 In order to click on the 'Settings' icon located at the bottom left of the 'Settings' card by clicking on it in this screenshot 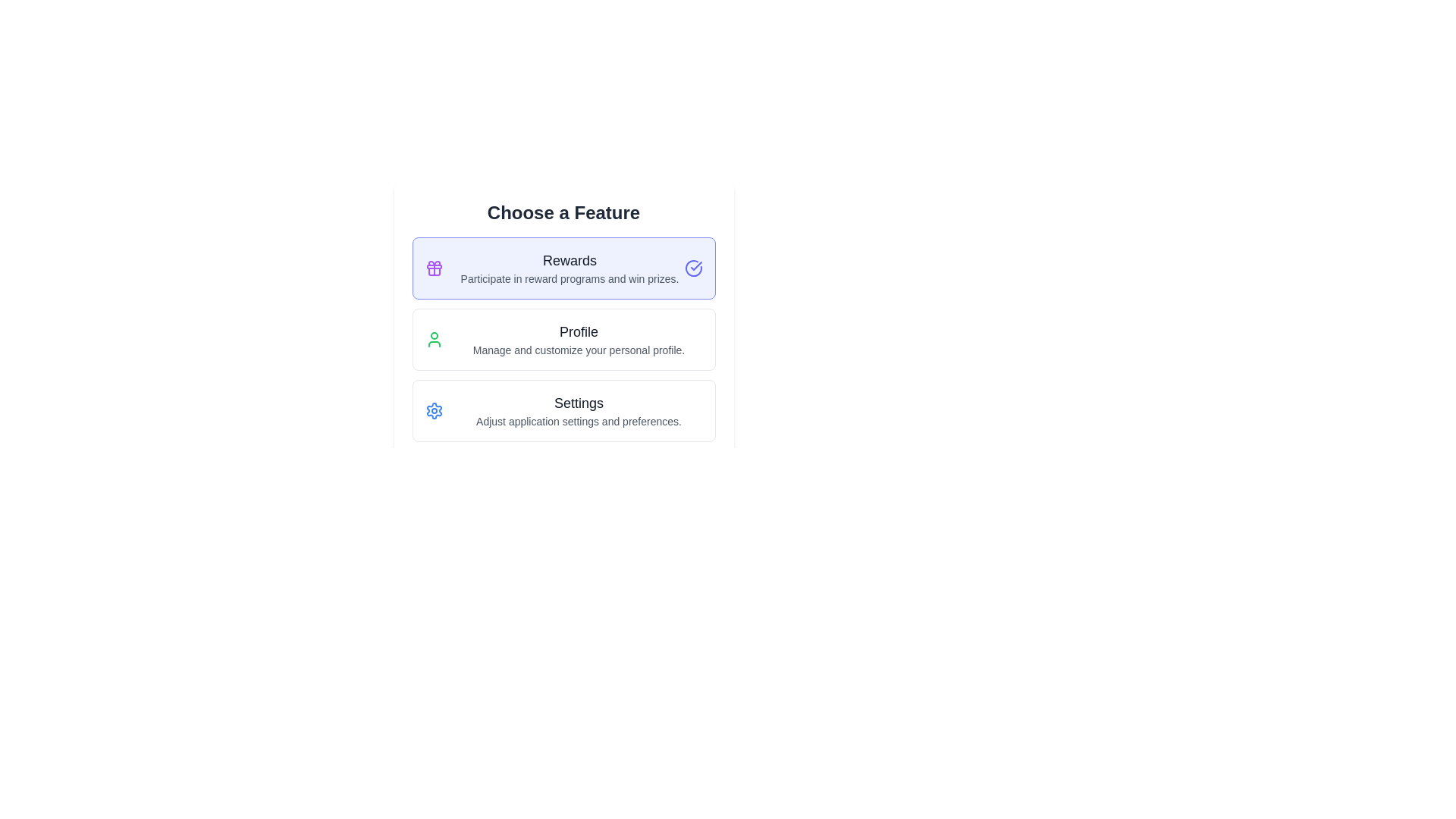, I will do `click(433, 411)`.